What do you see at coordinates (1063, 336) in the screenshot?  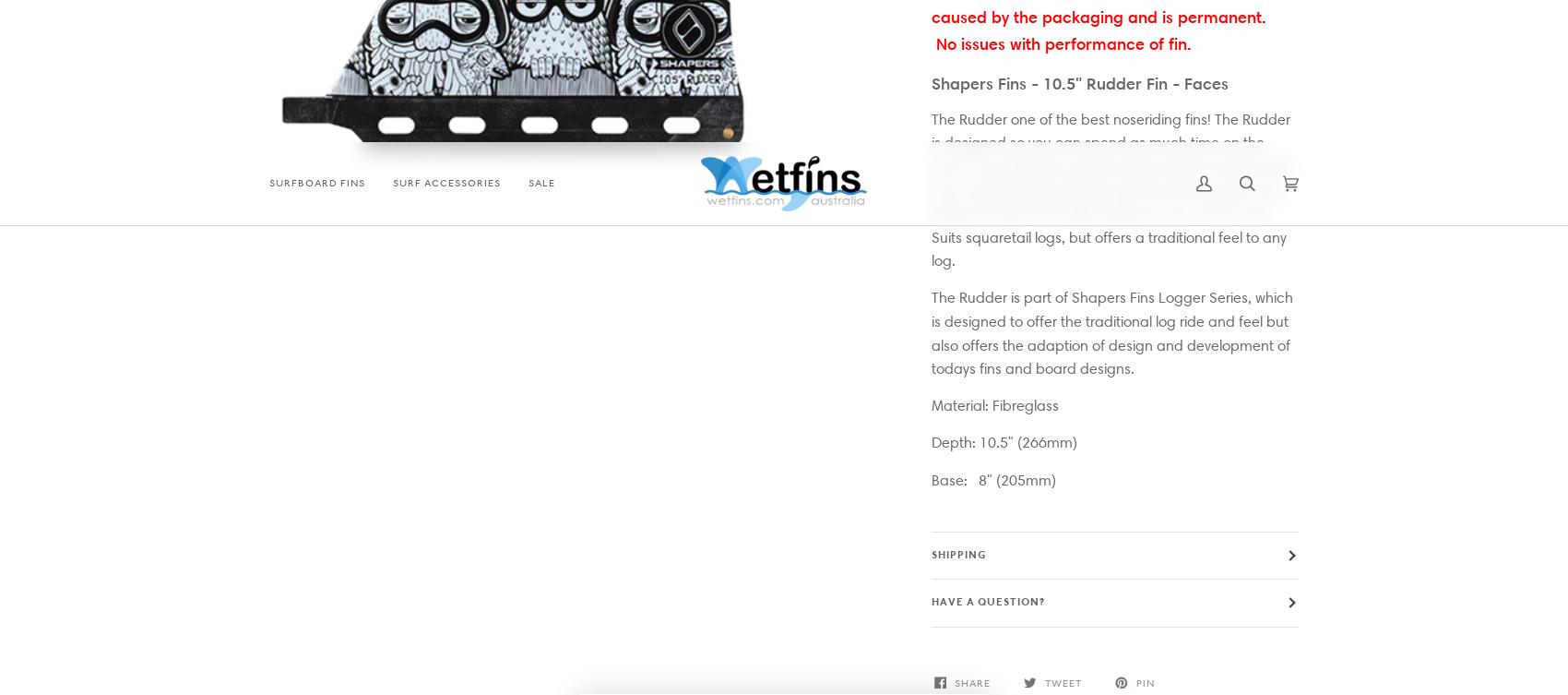 I see `'Returns'` at bounding box center [1063, 336].